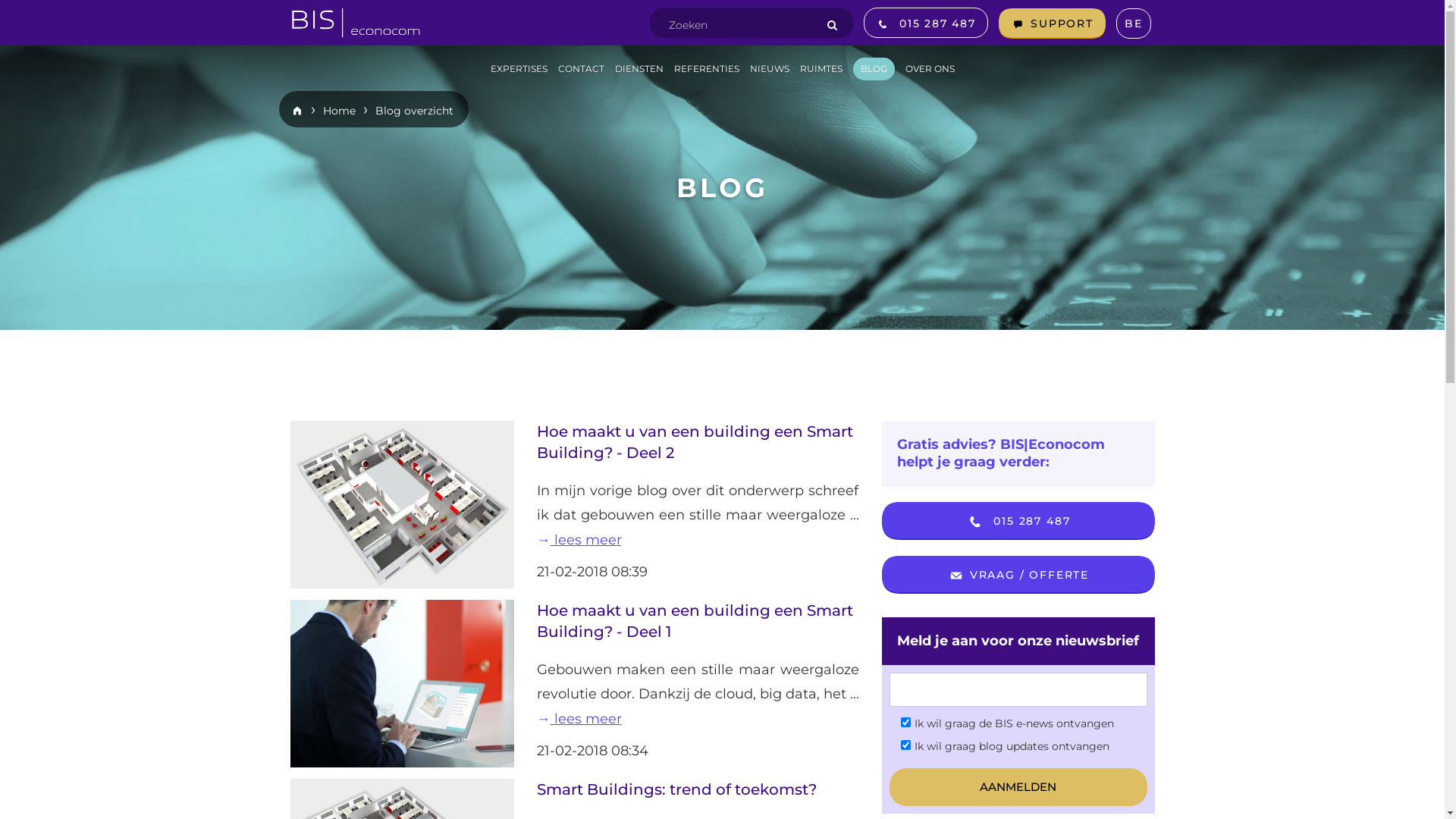 This screenshot has height=819, width=1456. Describe the element at coordinates (638, 69) in the screenshot. I see `'DIENSTEN'` at that location.